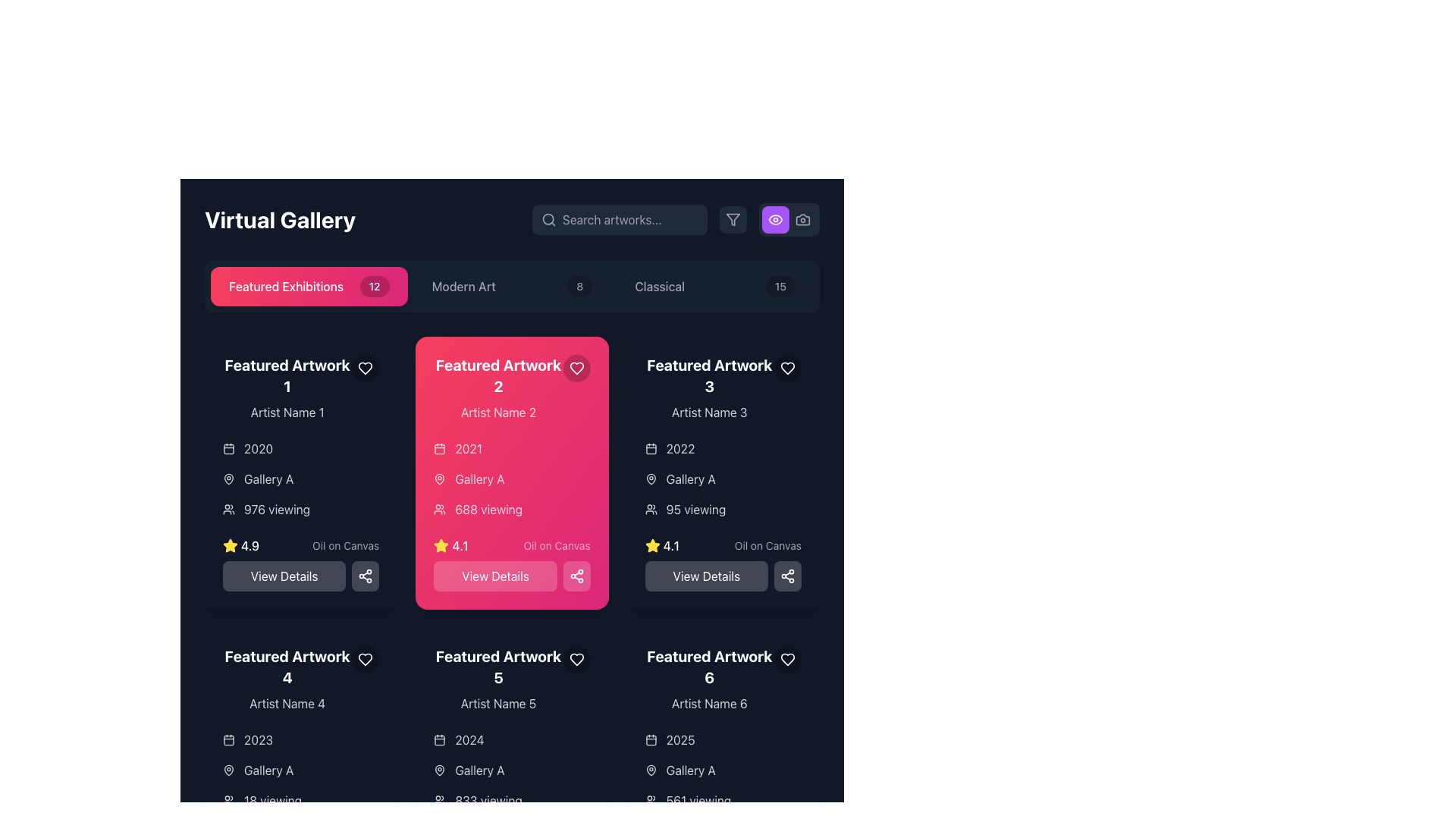 Image resolution: width=1456 pixels, height=819 pixels. What do you see at coordinates (733, 219) in the screenshot?
I see `the filter button located in the top-right corner of the interface, adjacent to the camera icon and the search bar` at bounding box center [733, 219].